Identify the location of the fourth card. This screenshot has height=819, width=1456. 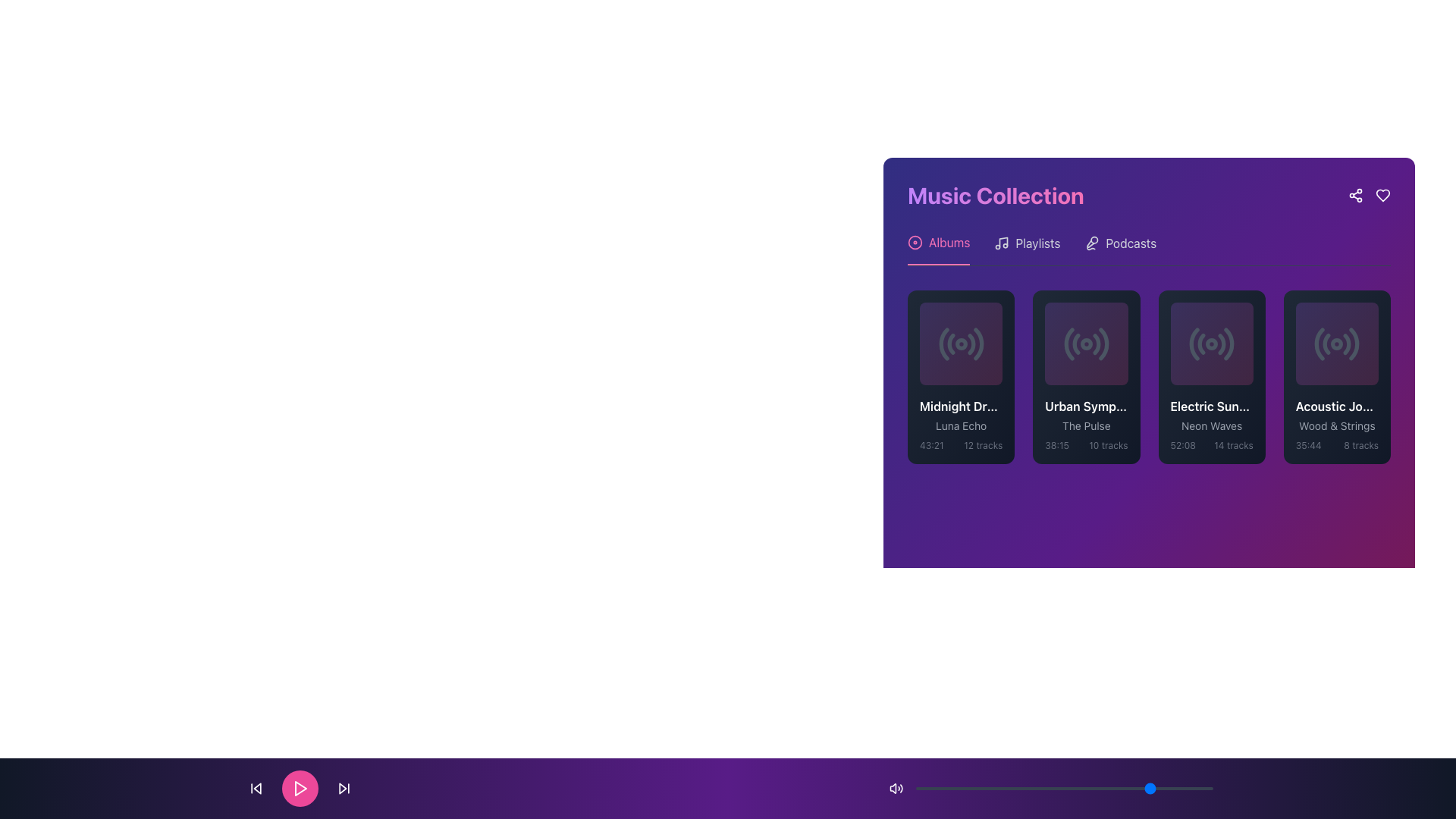
(1337, 376).